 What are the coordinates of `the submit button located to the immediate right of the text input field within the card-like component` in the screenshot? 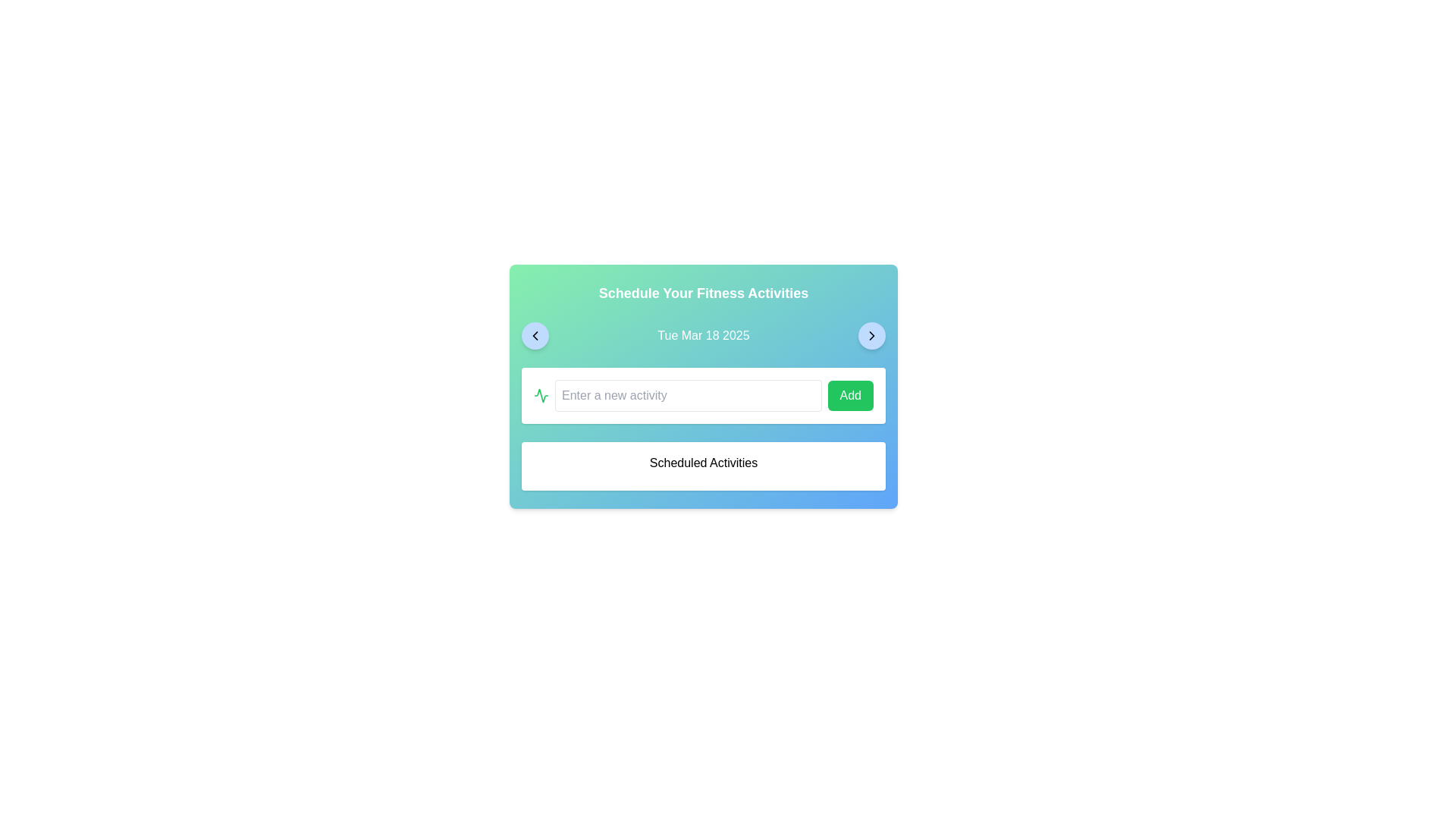 It's located at (850, 394).